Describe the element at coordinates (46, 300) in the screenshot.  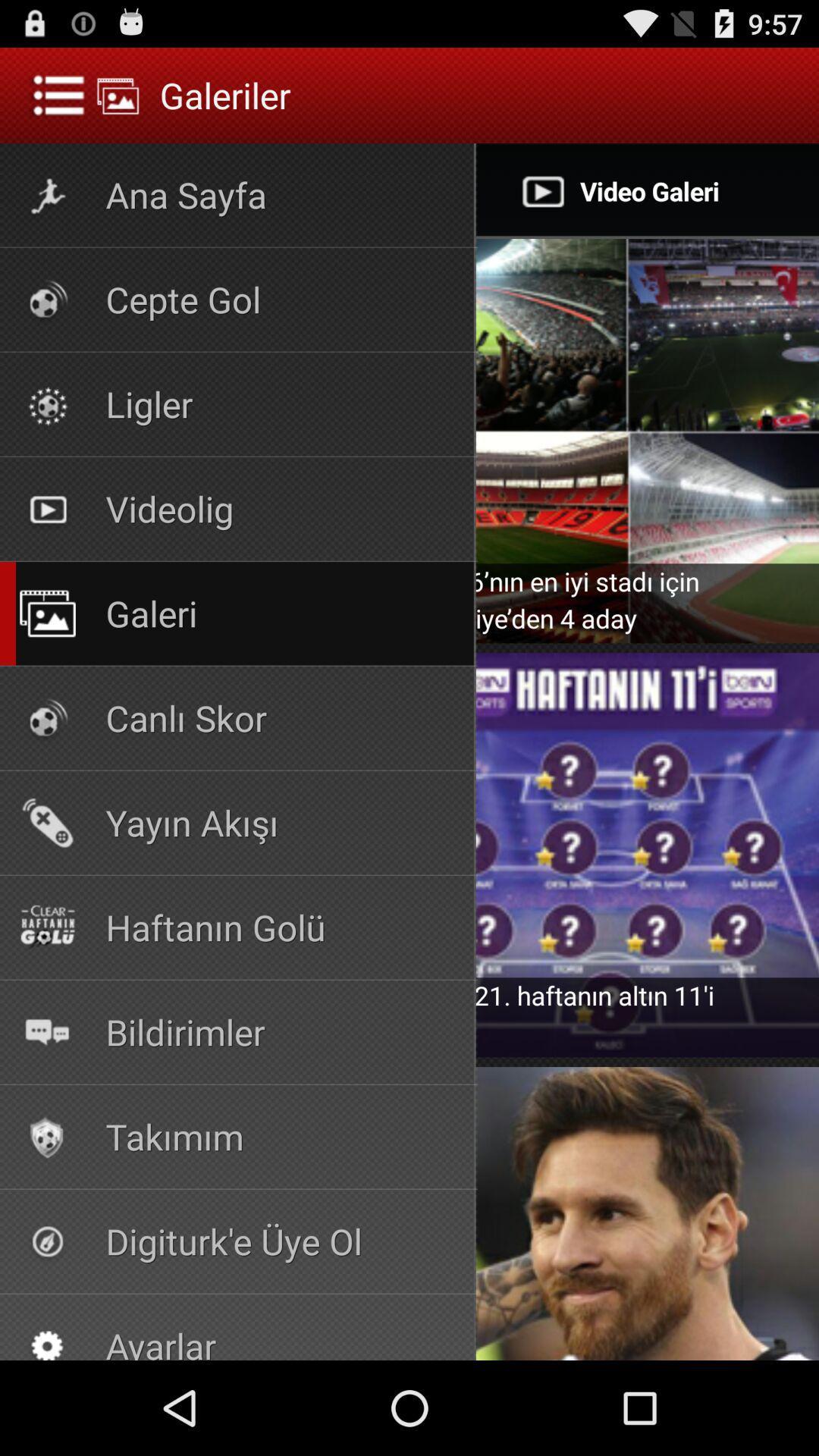
I see `the icon  which is below the text ana sayfa` at that location.